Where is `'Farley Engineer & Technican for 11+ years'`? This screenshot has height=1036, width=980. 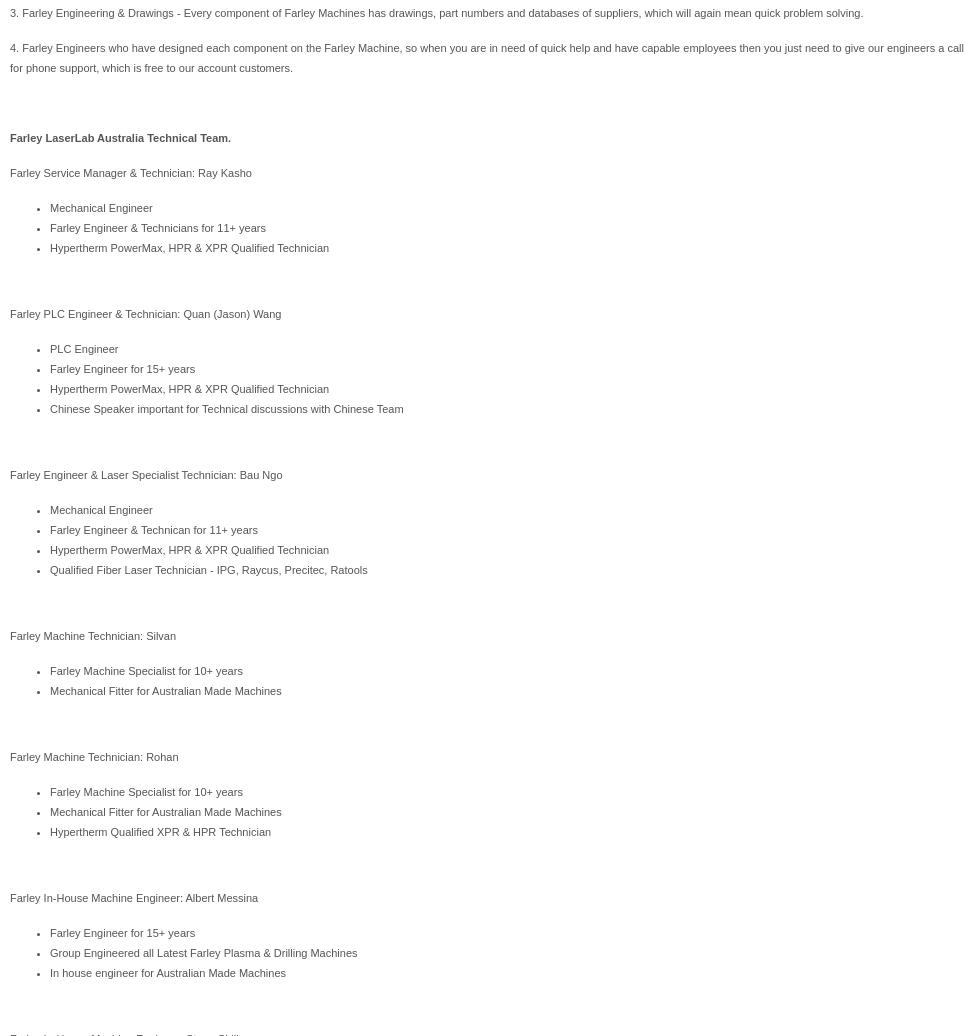 'Farley Engineer & Technican for 11+ years' is located at coordinates (153, 530).